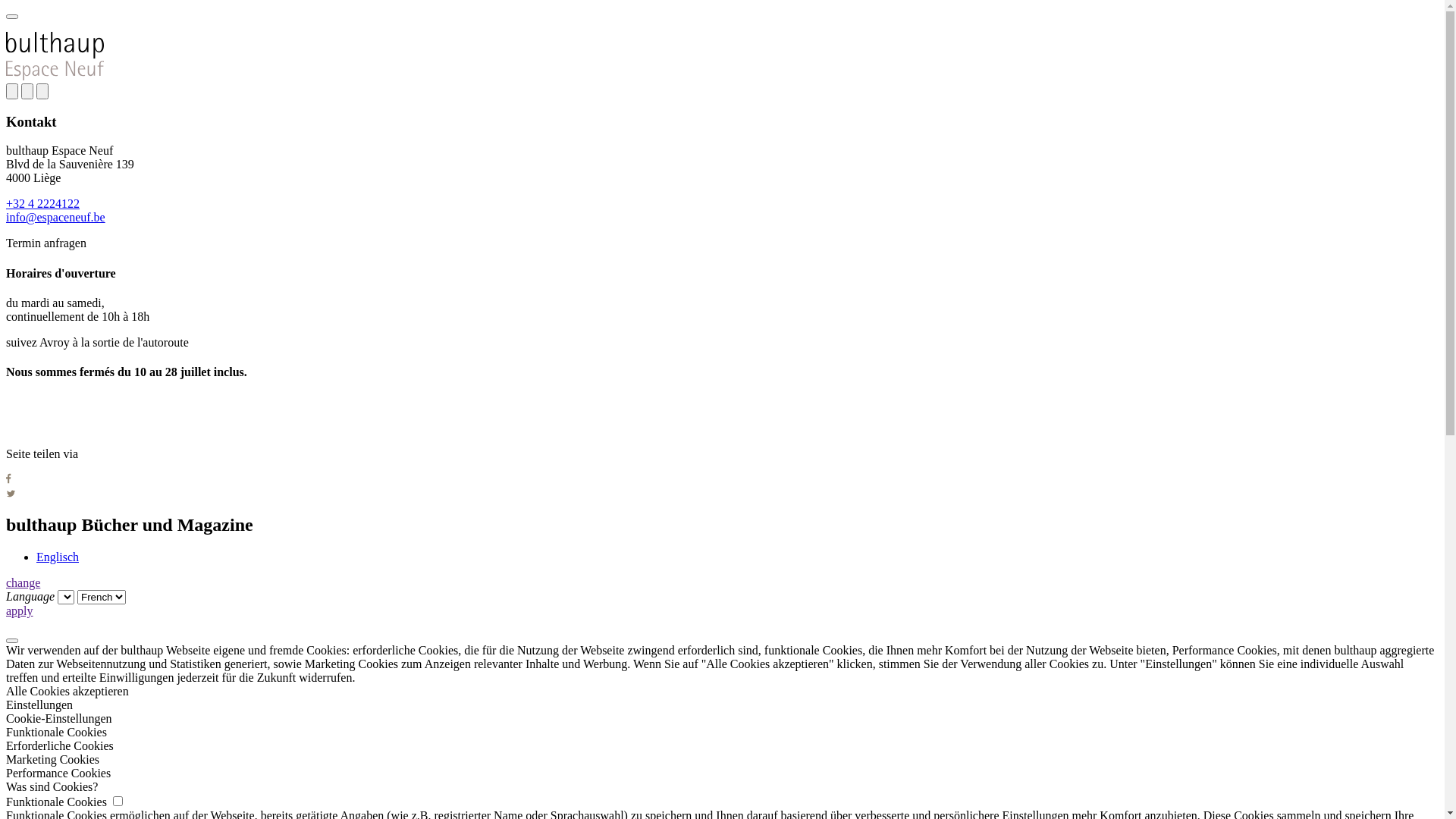 The width and height of the screenshot is (1456, 819). What do you see at coordinates (23, 582) in the screenshot?
I see `'change'` at bounding box center [23, 582].